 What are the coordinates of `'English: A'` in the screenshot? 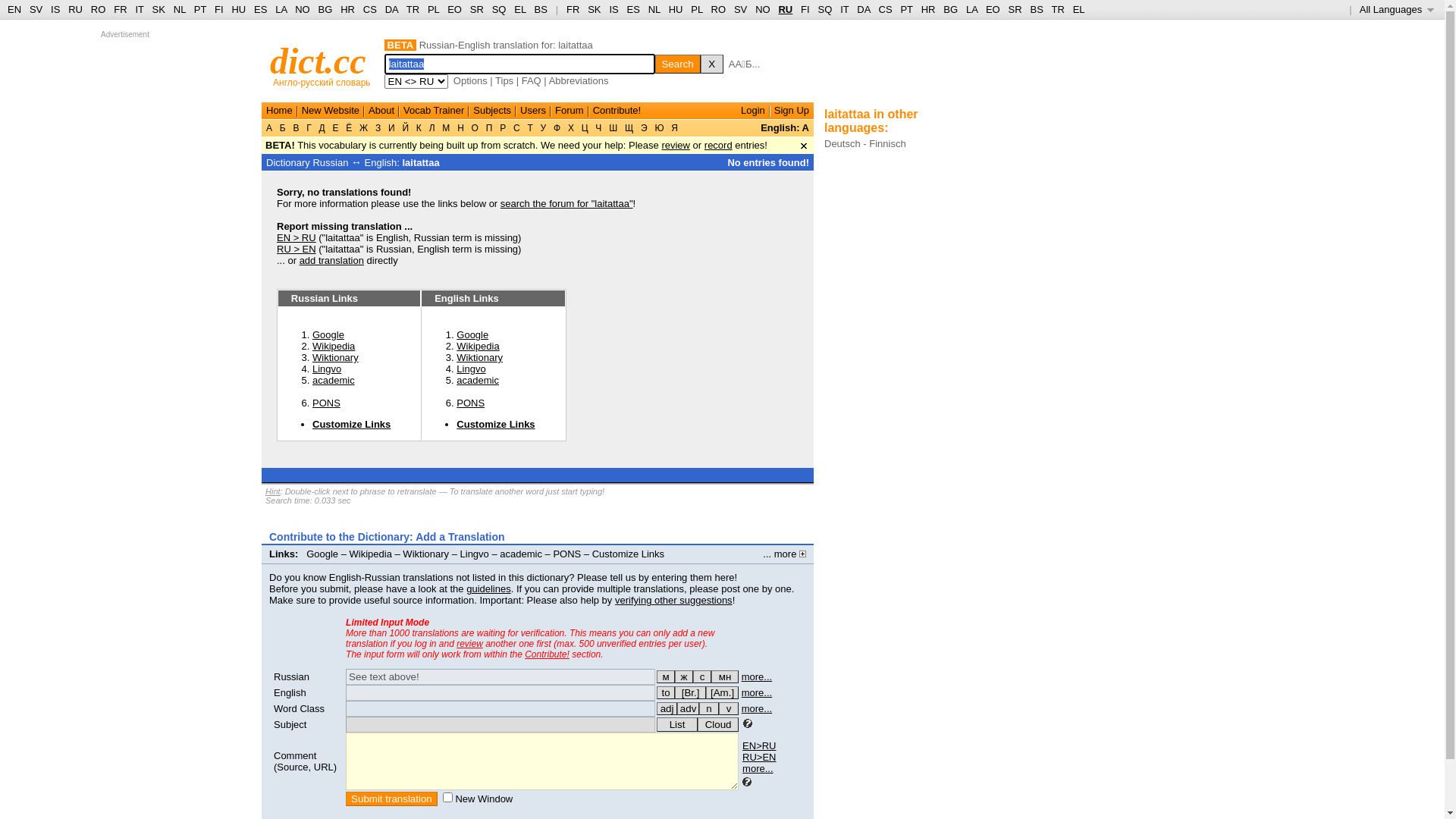 It's located at (785, 127).